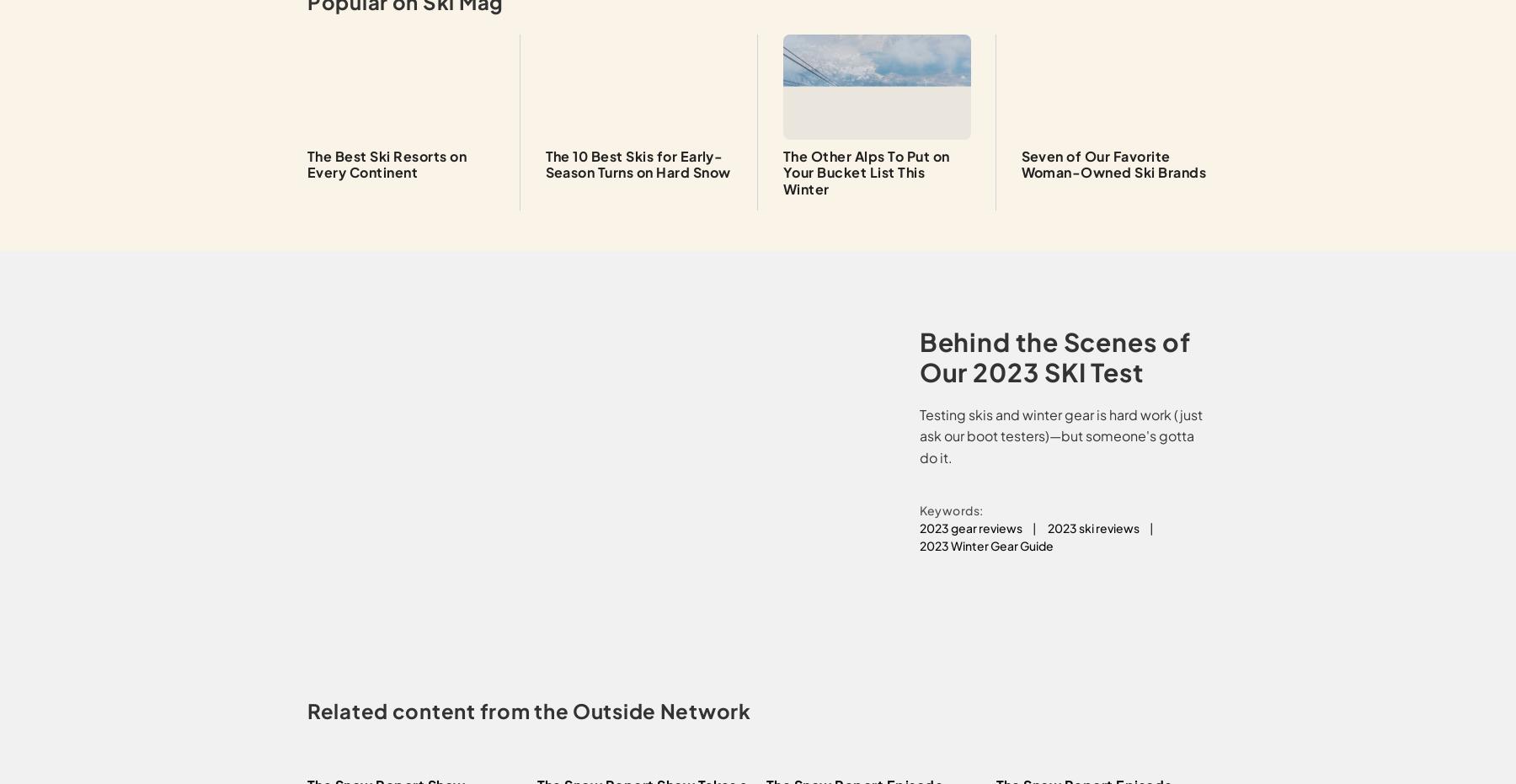  What do you see at coordinates (866, 172) in the screenshot?
I see `'The Other Alps To Put on Your Bucket List This Winter'` at bounding box center [866, 172].